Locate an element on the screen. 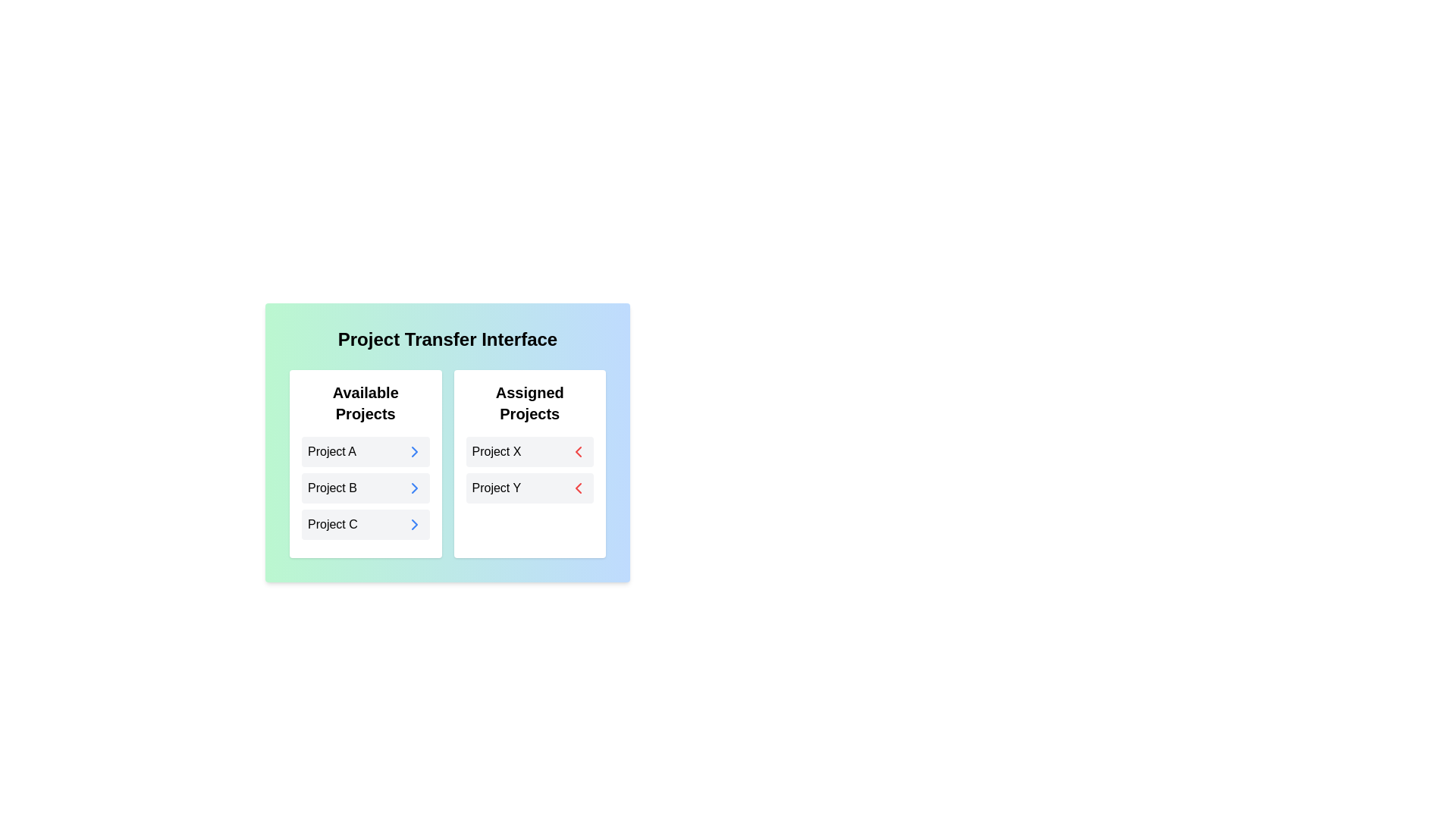 This screenshot has width=1456, height=819. the first item in the 'Assigned Projects' section of the interface, which represents a project assignment for reassignment or removal is located at coordinates (529, 451).